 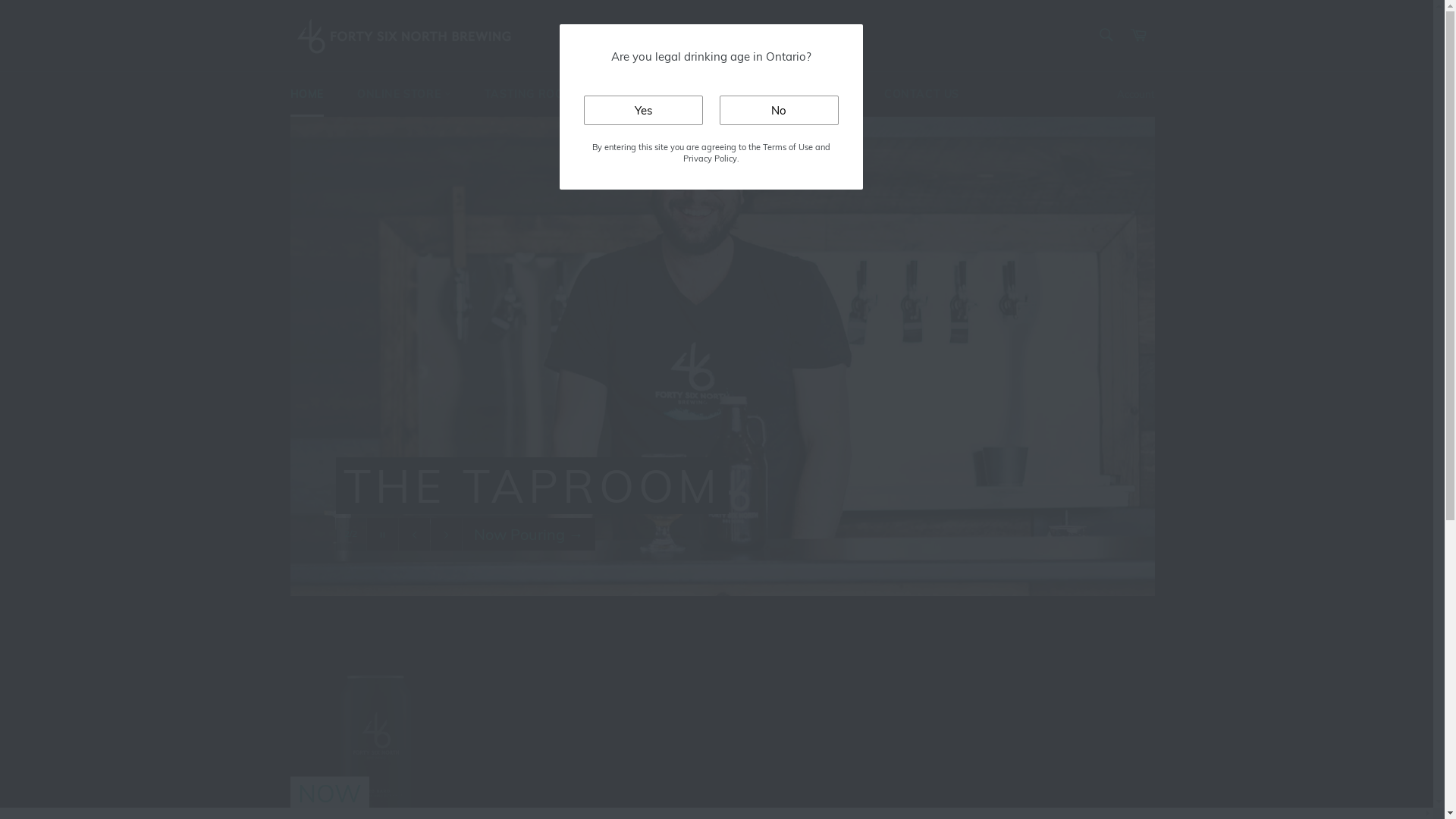 I want to click on 'Previous slide', so click(x=414, y=534).